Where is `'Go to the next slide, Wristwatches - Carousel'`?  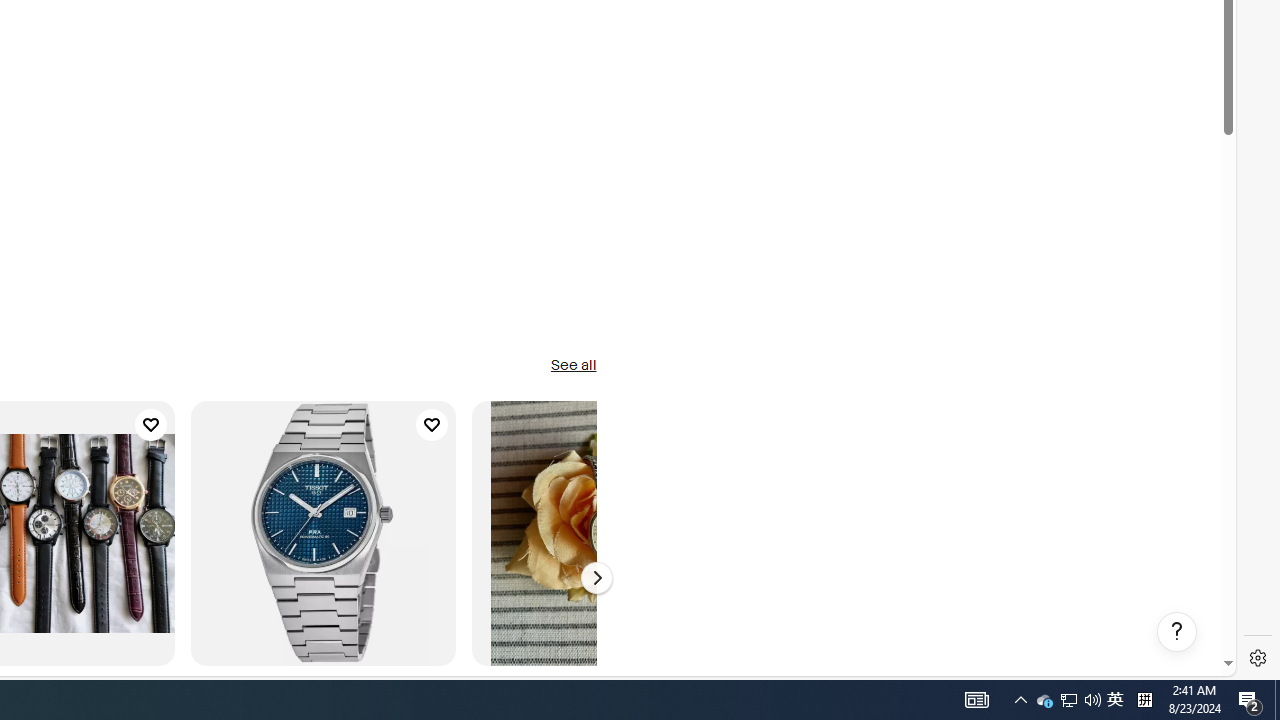 'Go to the next slide, Wristwatches - Carousel' is located at coordinates (595, 578).